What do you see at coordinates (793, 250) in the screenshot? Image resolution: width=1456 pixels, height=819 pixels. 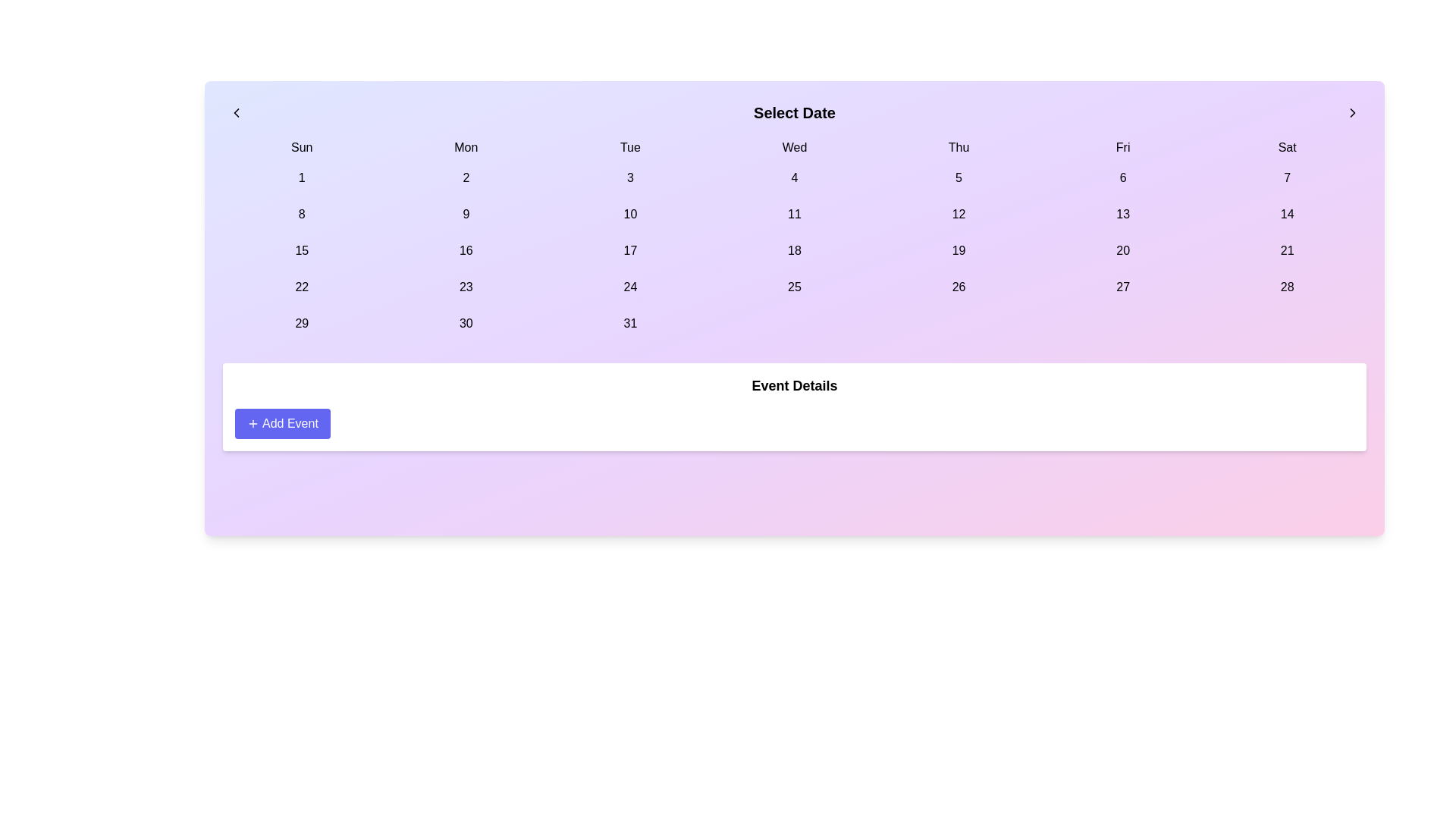 I see `the calendar day cell displaying the text '18', which is styled as a rounded rectangle with a light purple background in the 5th column of the 3rd row of the calendar grid` at bounding box center [793, 250].